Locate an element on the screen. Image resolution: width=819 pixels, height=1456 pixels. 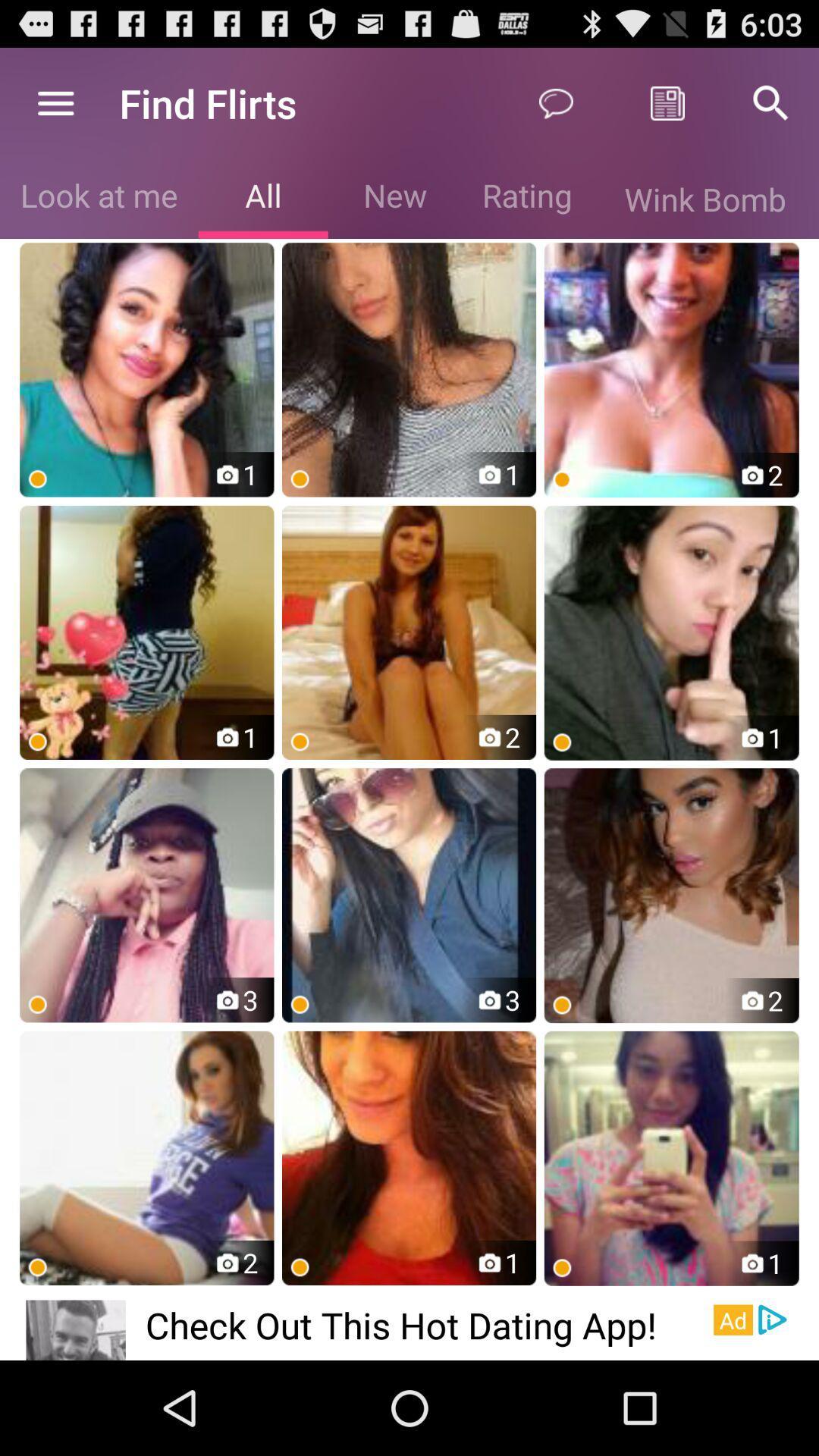
icon above check out this app is located at coordinates (408, 1157).